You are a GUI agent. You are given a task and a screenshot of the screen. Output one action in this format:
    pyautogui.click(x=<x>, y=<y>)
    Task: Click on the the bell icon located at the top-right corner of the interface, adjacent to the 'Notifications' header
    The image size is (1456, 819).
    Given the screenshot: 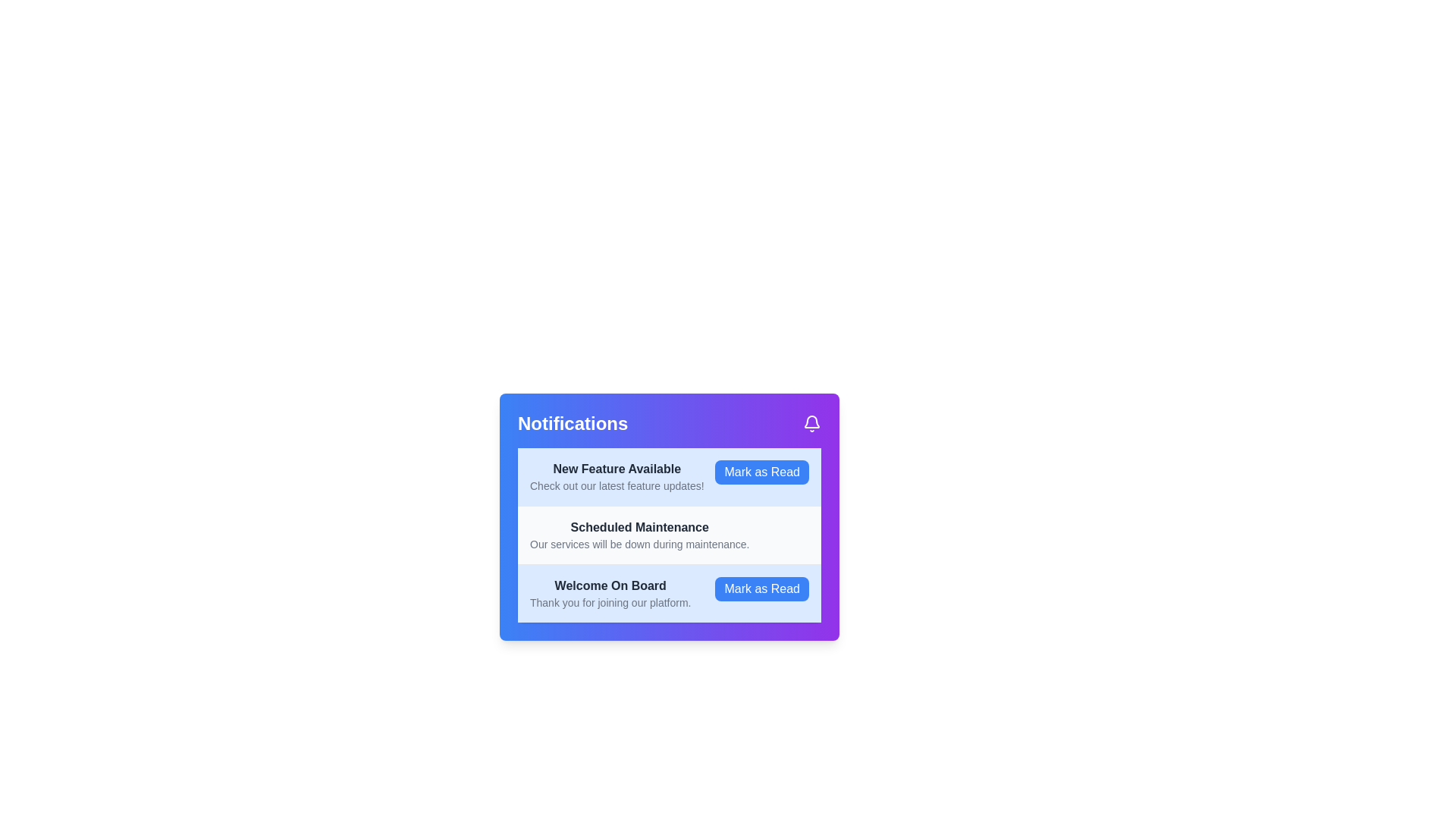 What is the action you would take?
    pyautogui.click(x=811, y=424)
    